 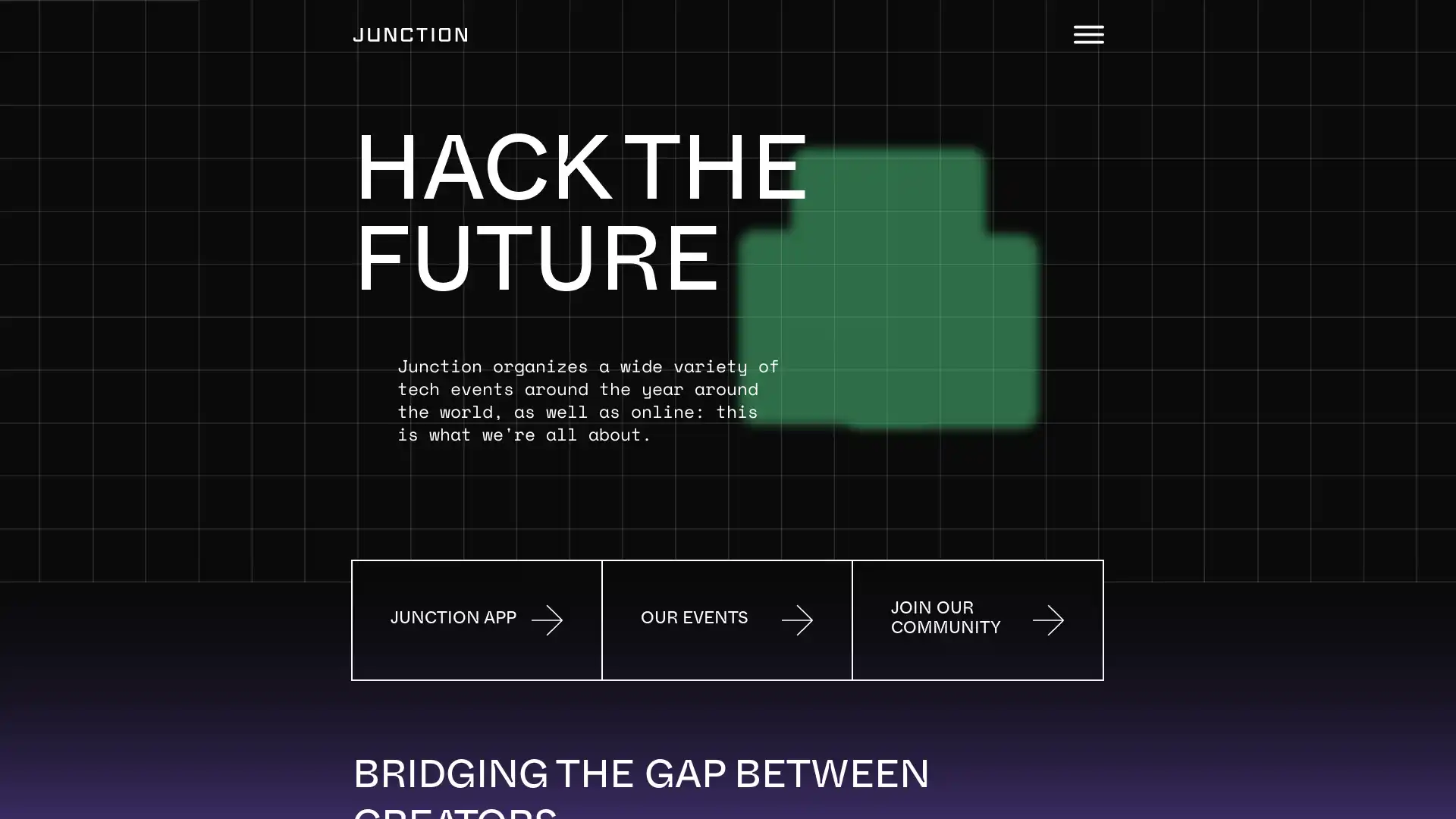 I want to click on Open menu, so click(x=1087, y=34).